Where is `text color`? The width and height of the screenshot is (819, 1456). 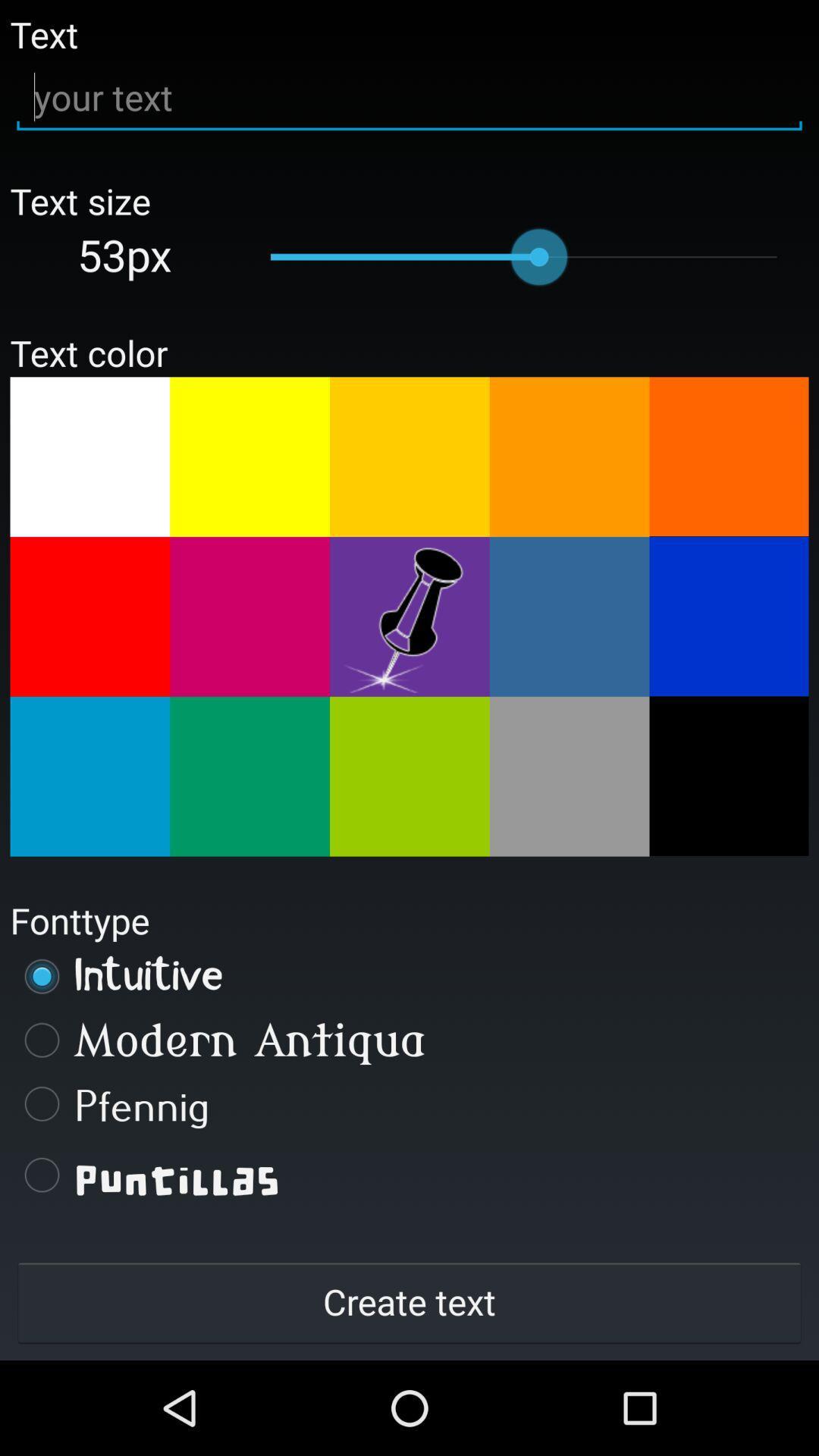 text color is located at coordinates (728, 776).